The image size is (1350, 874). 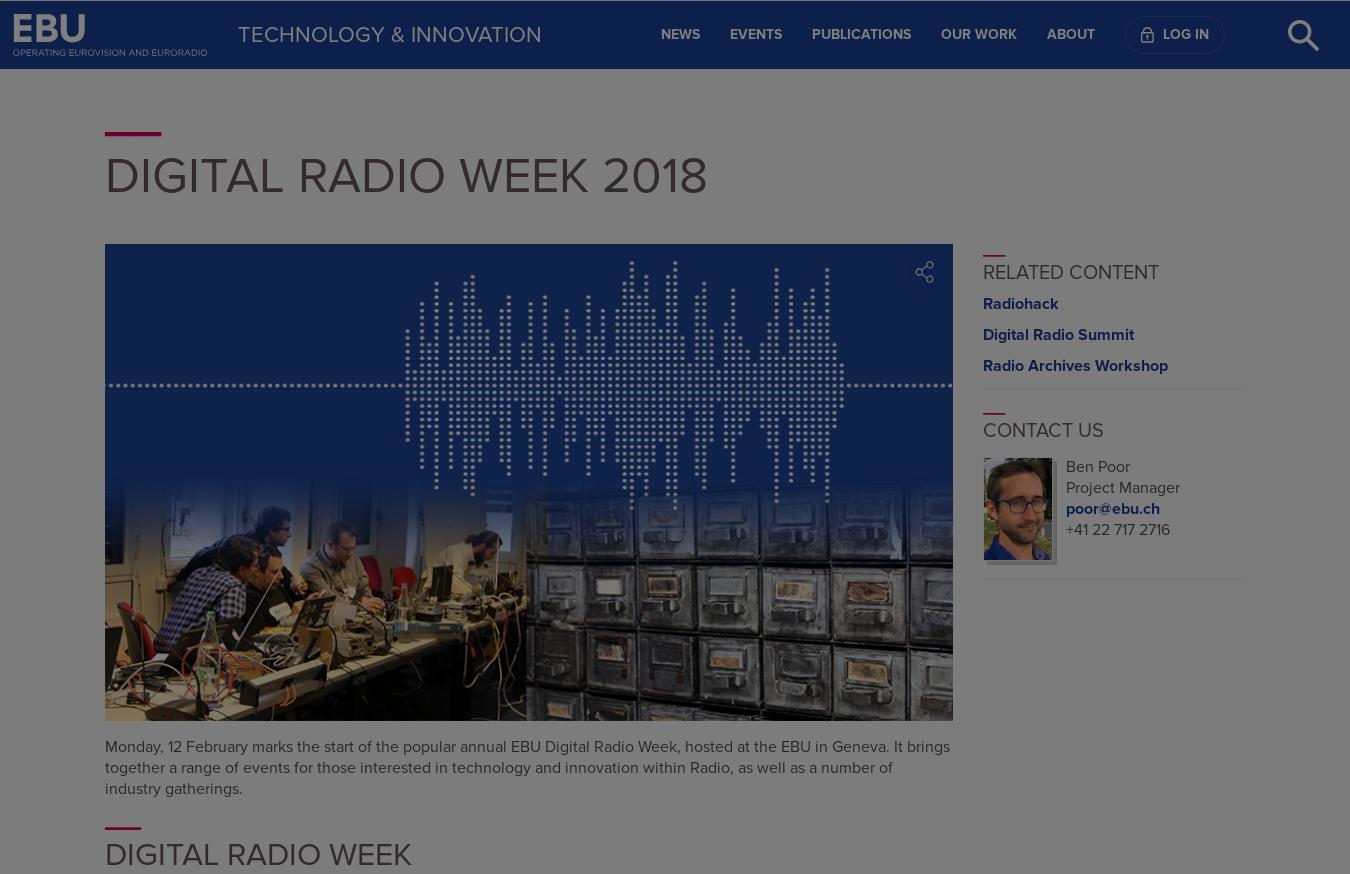 What do you see at coordinates (1042, 430) in the screenshot?
I see `'Contact us'` at bounding box center [1042, 430].